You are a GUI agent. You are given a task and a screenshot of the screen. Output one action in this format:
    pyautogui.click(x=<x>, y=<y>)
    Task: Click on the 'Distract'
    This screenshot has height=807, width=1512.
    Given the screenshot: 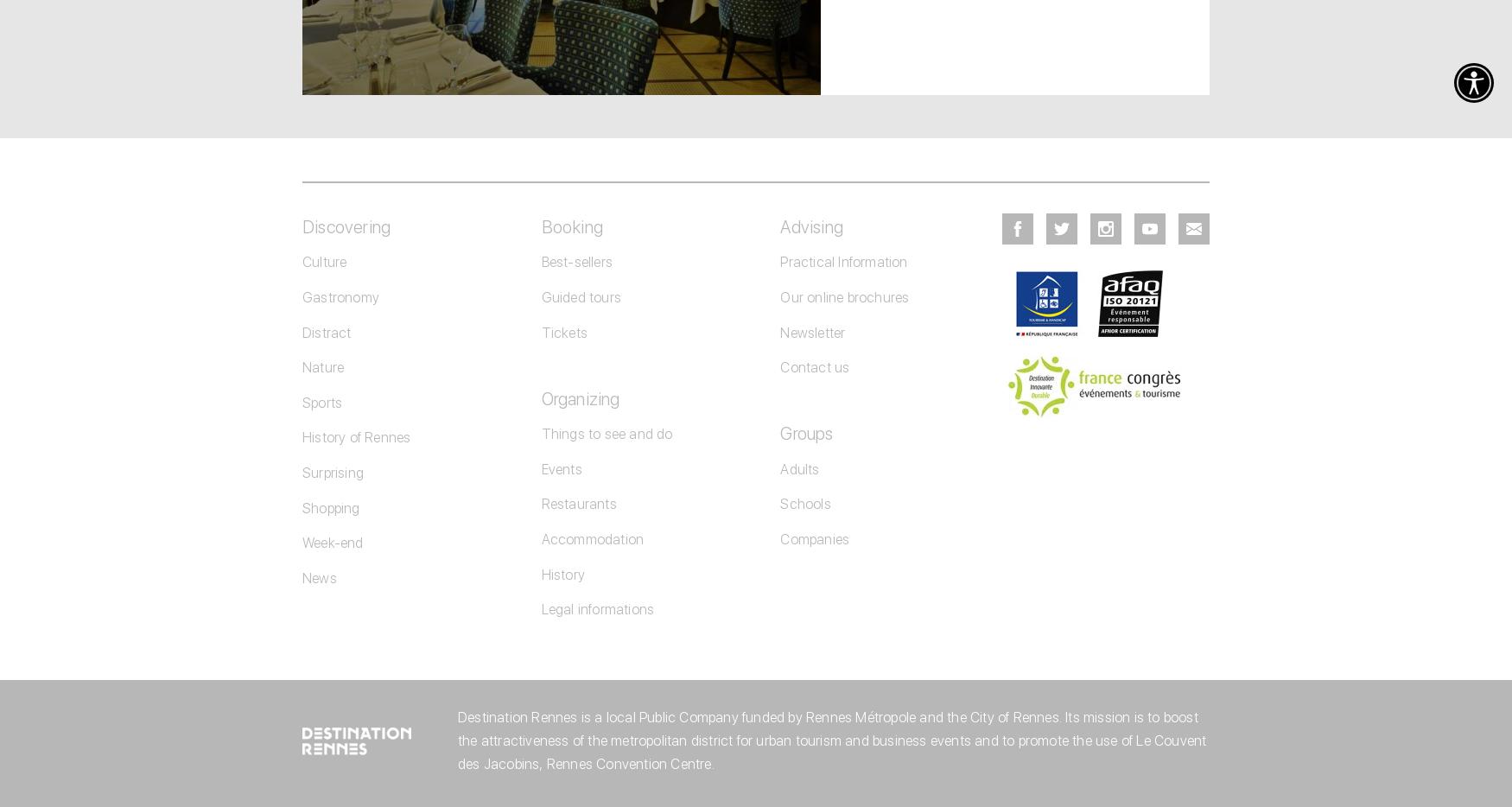 What is the action you would take?
    pyautogui.click(x=302, y=331)
    